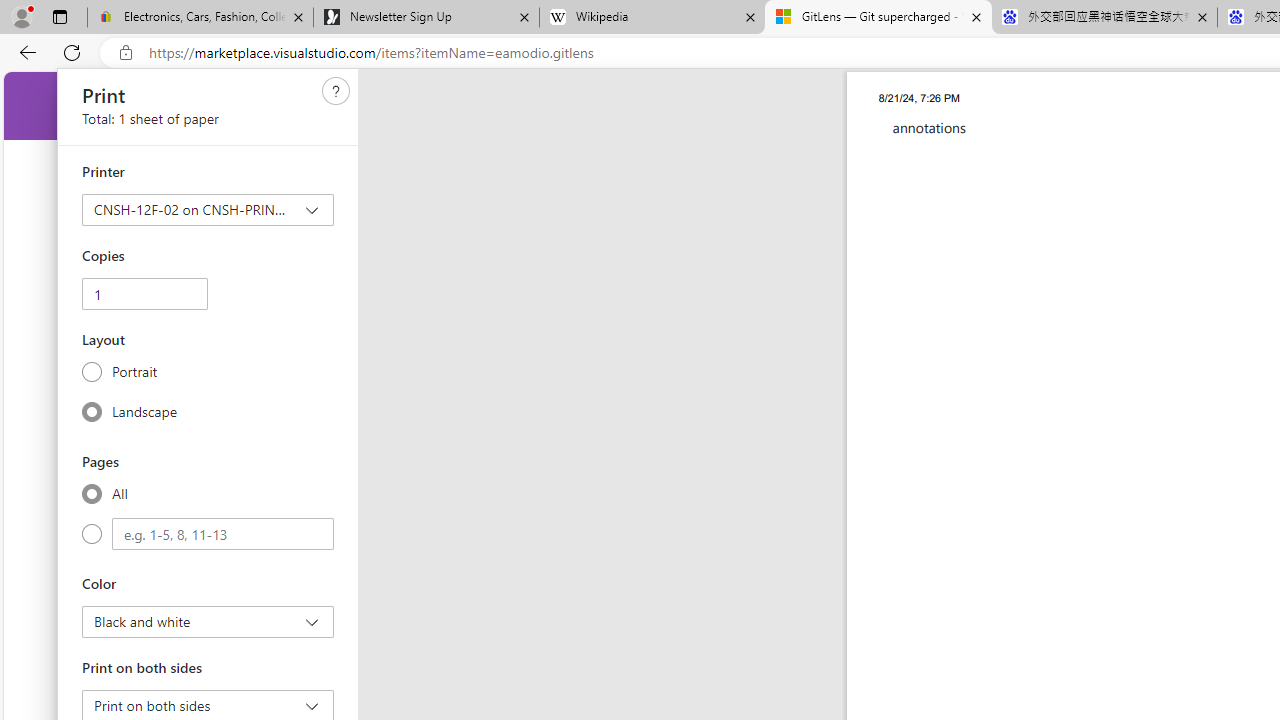  Describe the element at coordinates (91, 533) in the screenshot. I see `'Custom'` at that location.